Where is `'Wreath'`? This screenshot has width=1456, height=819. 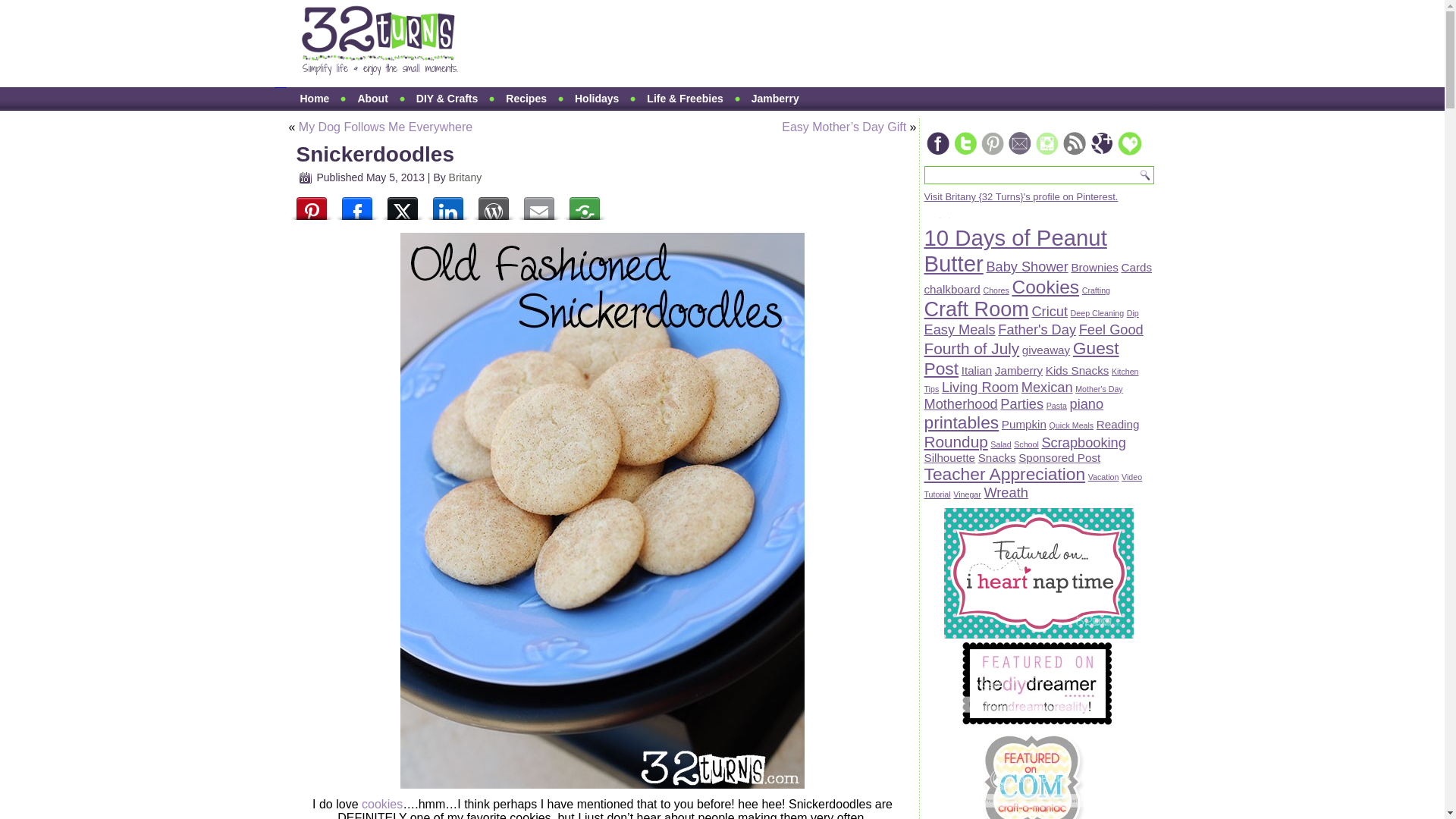
'Wreath' is located at coordinates (1005, 492).